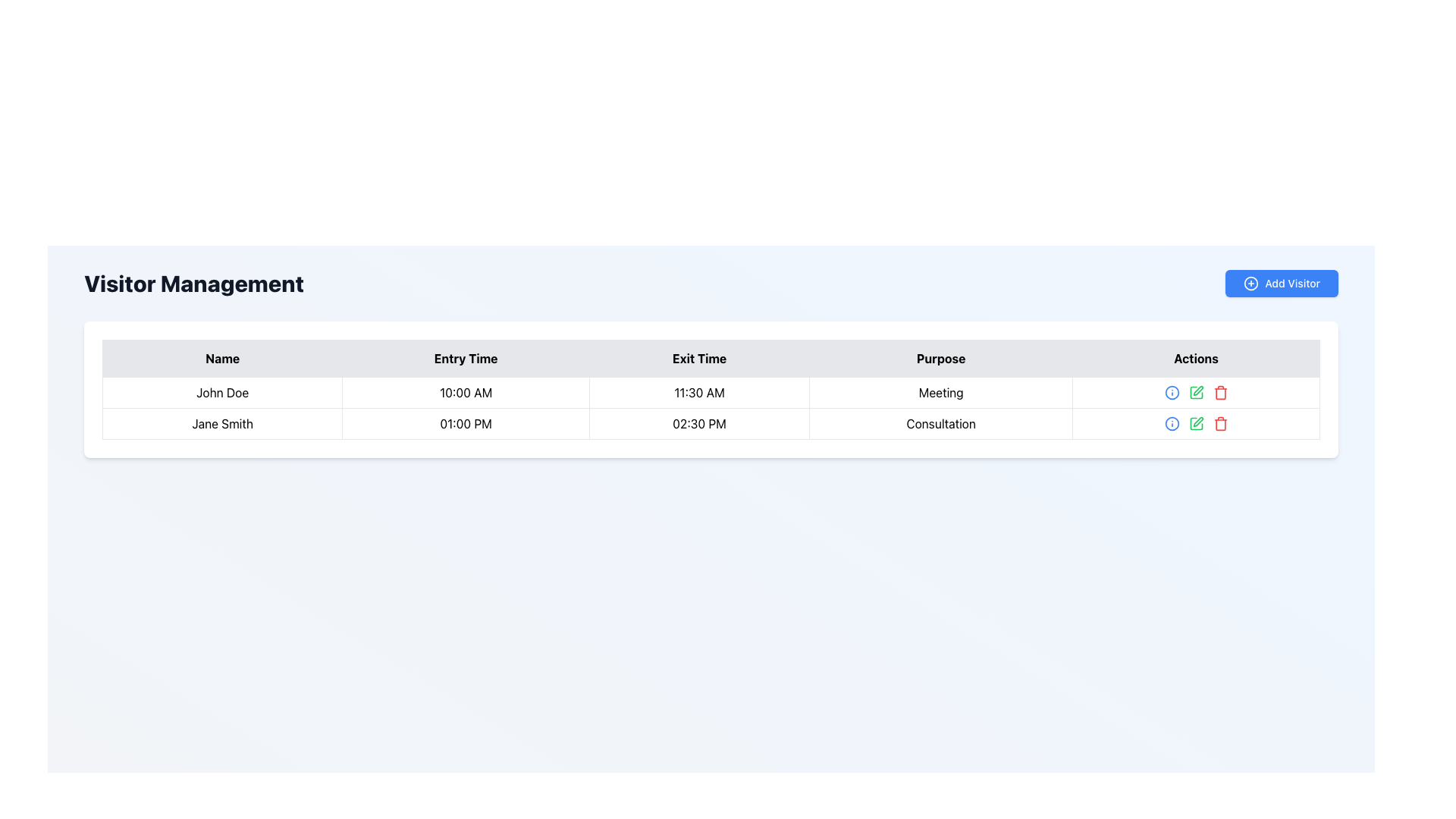 The image size is (1456, 819). Describe the element at coordinates (940, 424) in the screenshot. I see `the static text label indicating 'Consultation' in the 'Purpose' column of the second row associated with visitor 'Jane Smith.'` at that location.